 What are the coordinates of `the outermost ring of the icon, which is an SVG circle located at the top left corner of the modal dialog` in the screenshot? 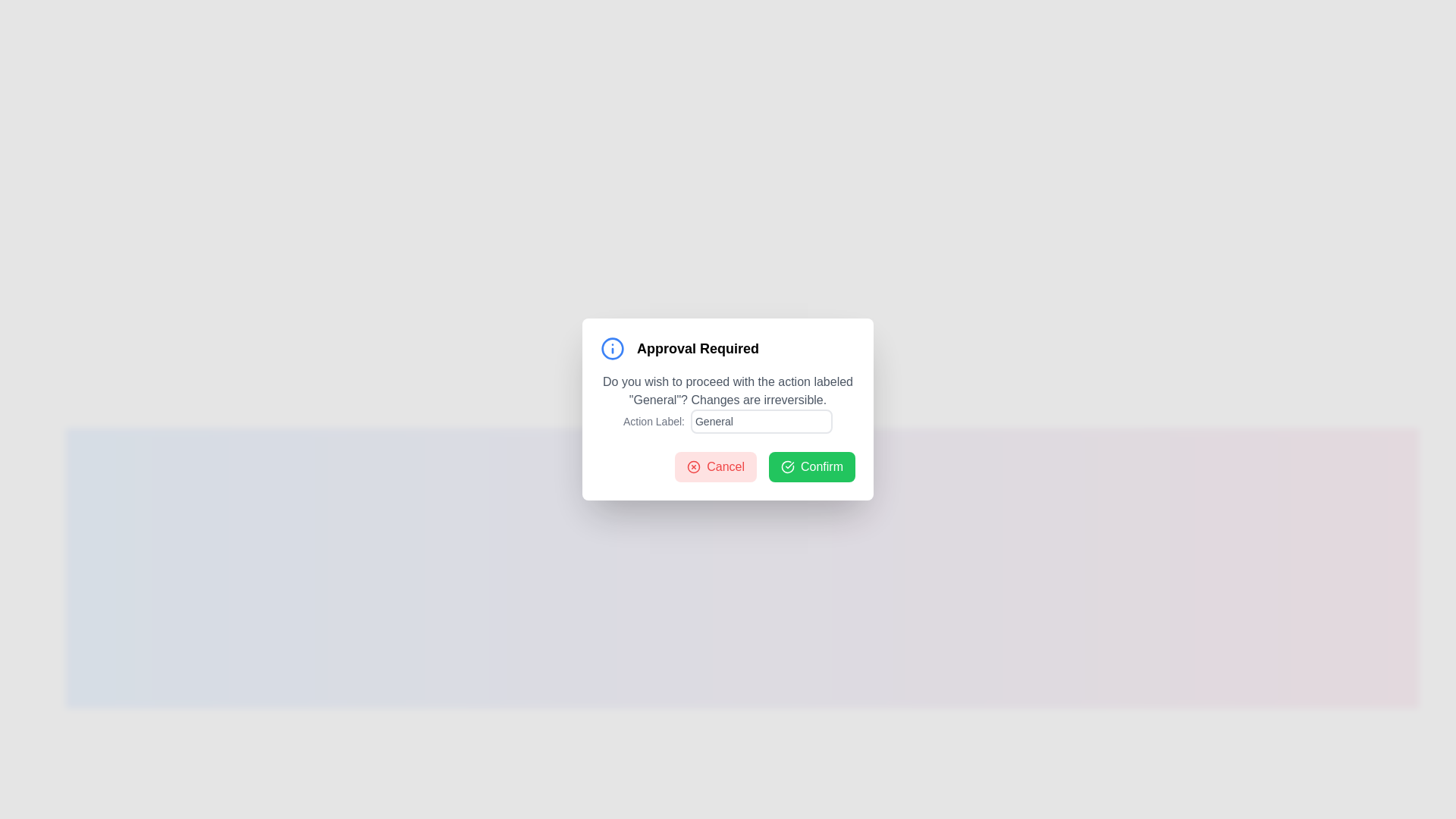 It's located at (612, 348).